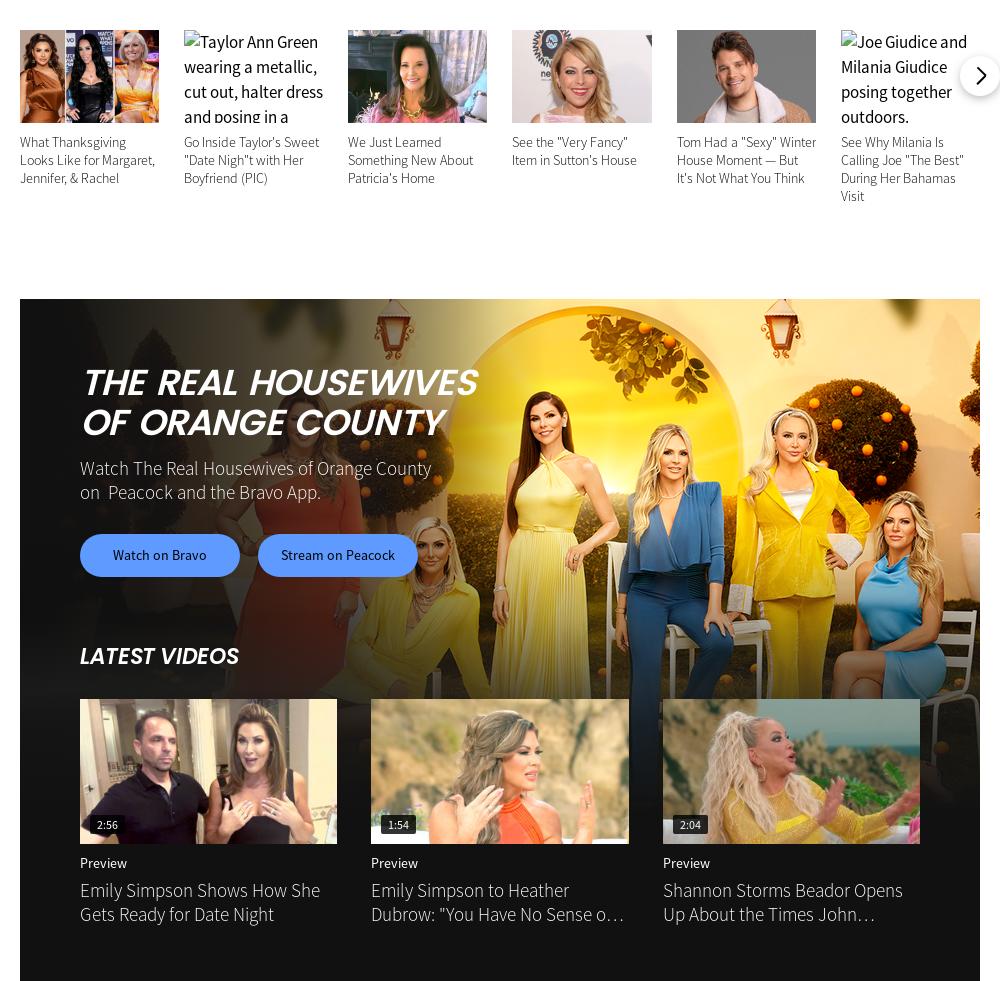 Image resolution: width=1000 pixels, height=981 pixels. Describe the element at coordinates (337, 554) in the screenshot. I see `'Stream on Peacock'` at that location.